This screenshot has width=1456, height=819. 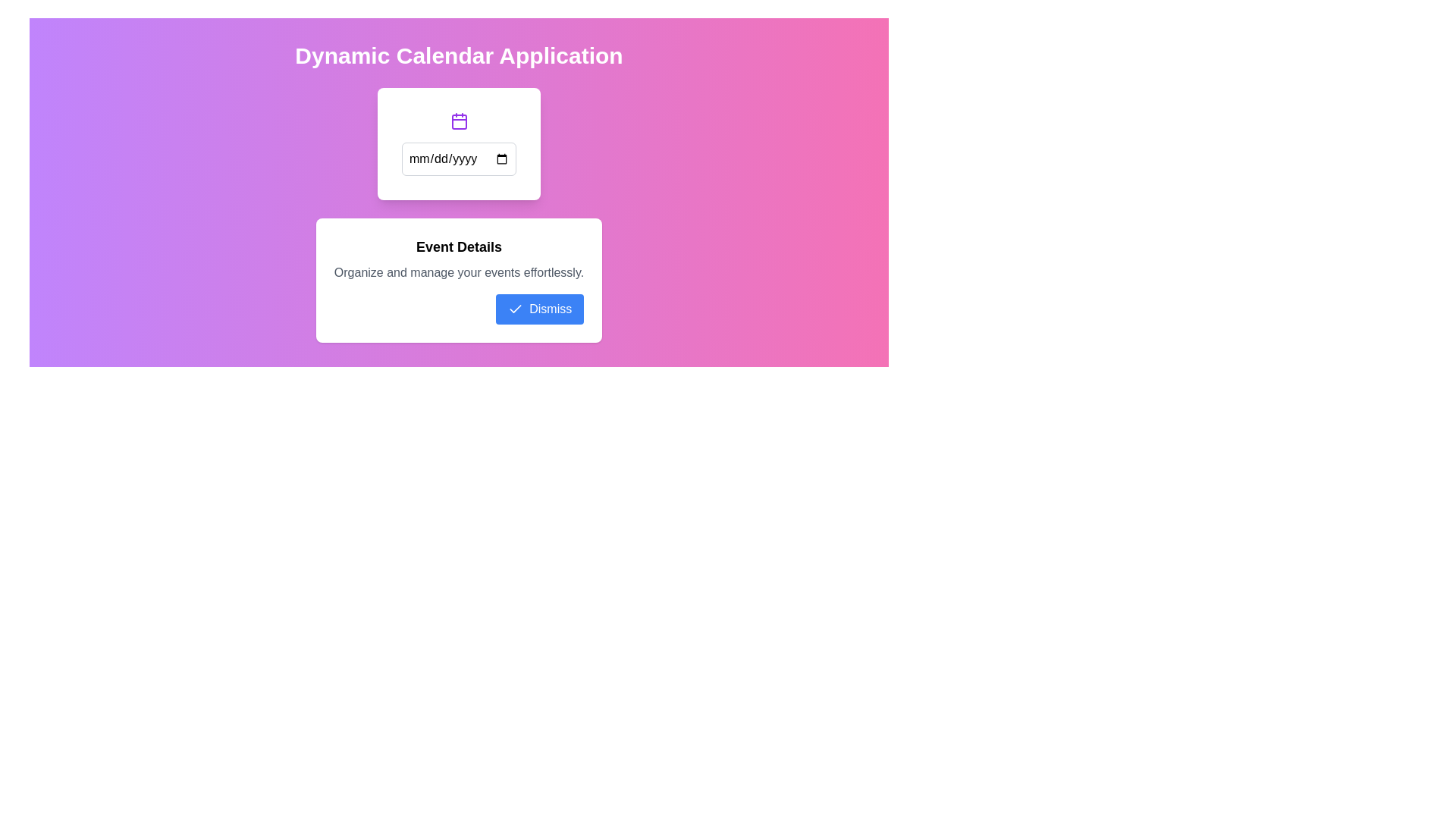 What do you see at coordinates (458, 271) in the screenshot?
I see `the text block displaying 'Organize and manage your events effortlessly.' which is located below the title 'Event Details' in a white rounded card` at bounding box center [458, 271].